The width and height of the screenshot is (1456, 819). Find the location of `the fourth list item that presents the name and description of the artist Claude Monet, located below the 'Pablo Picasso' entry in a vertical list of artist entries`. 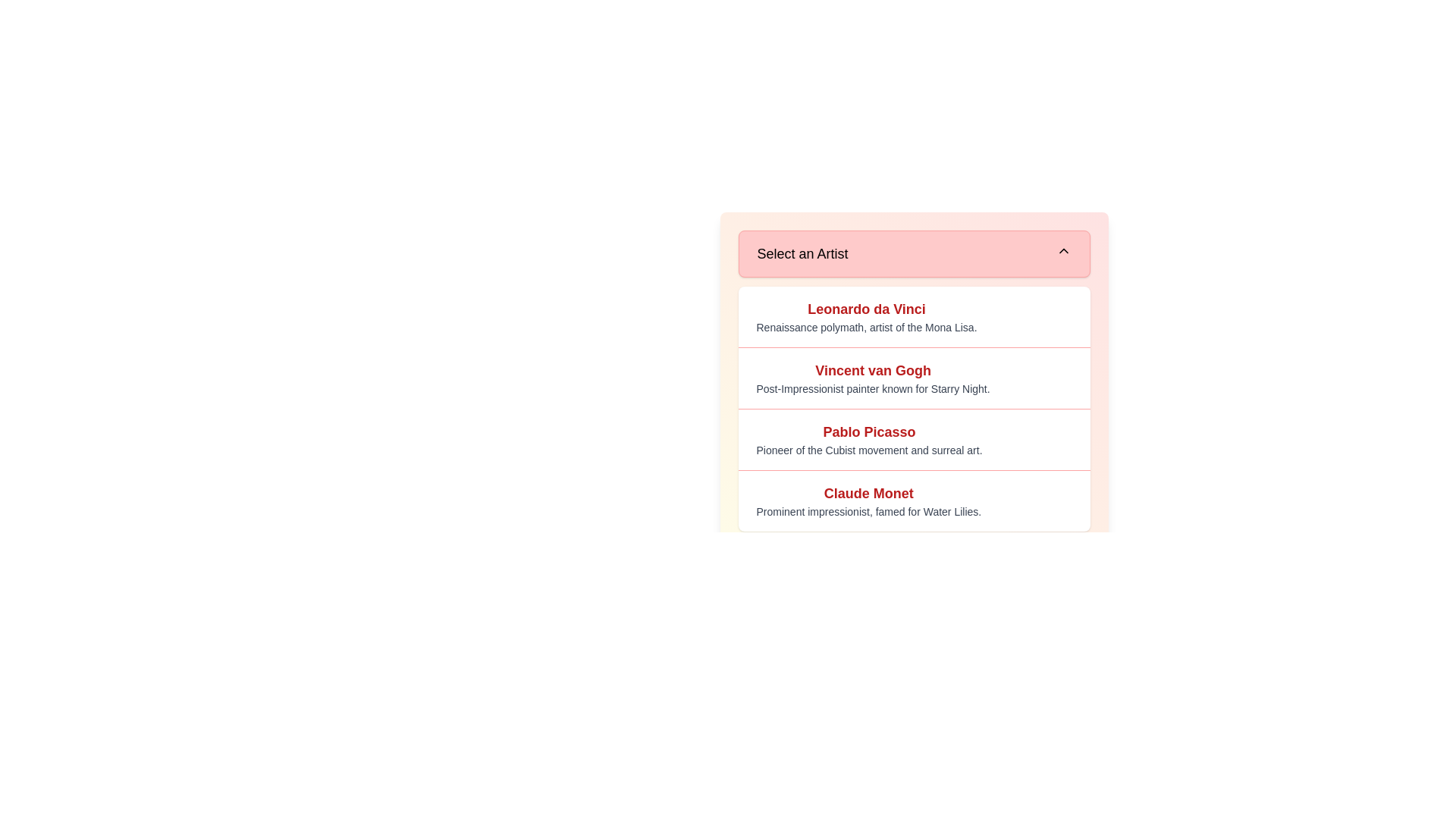

the fourth list item that presents the name and description of the artist Claude Monet, located below the 'Pablo Picasso' entry in a vertical list of artist entries is located at coordinates (913, 500).